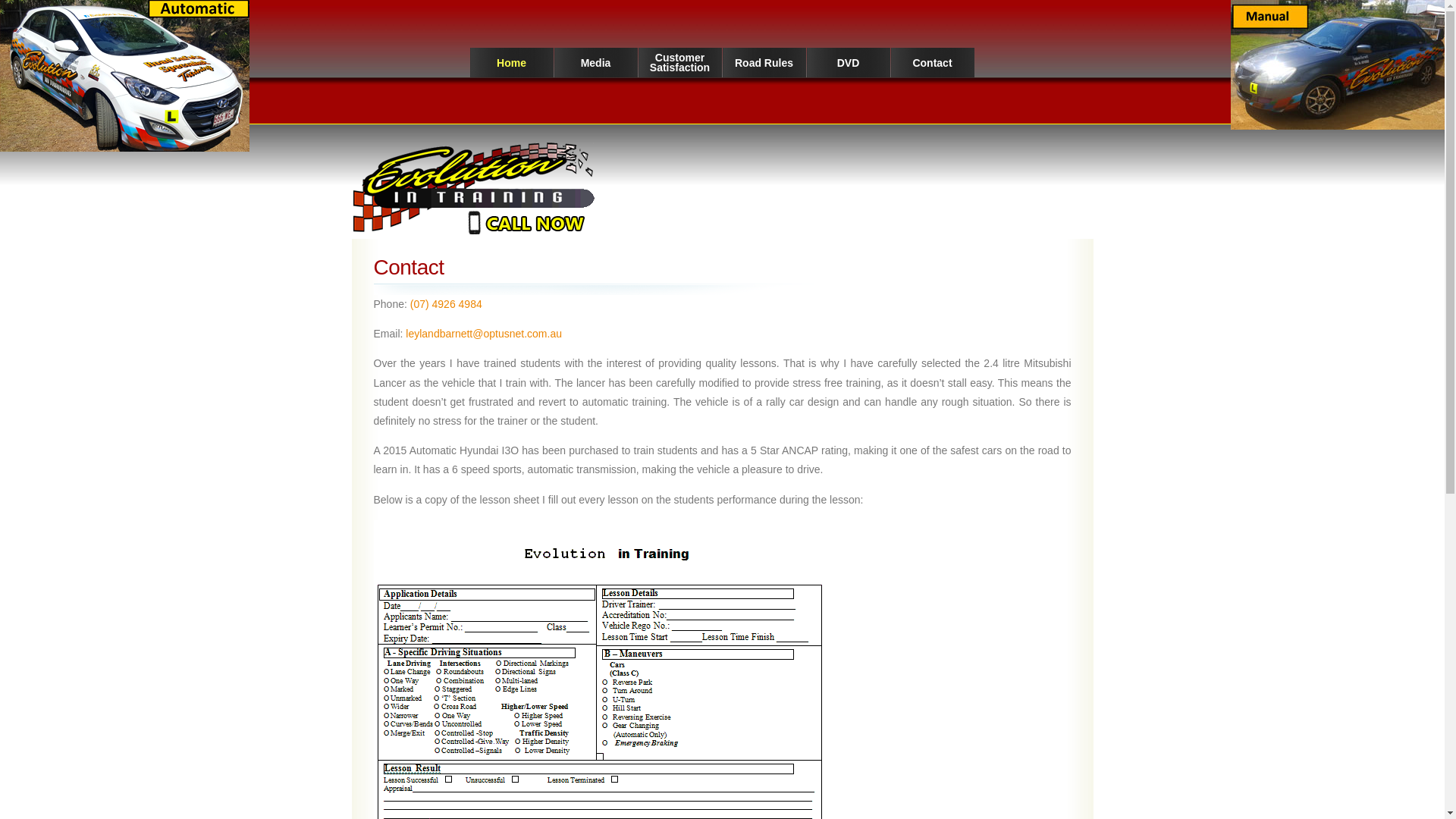 The width and height of the screenshot is (1456, 819). Describe the element at coordinates (930, 63) in the screenshot. I see `'Contact'` at that location.